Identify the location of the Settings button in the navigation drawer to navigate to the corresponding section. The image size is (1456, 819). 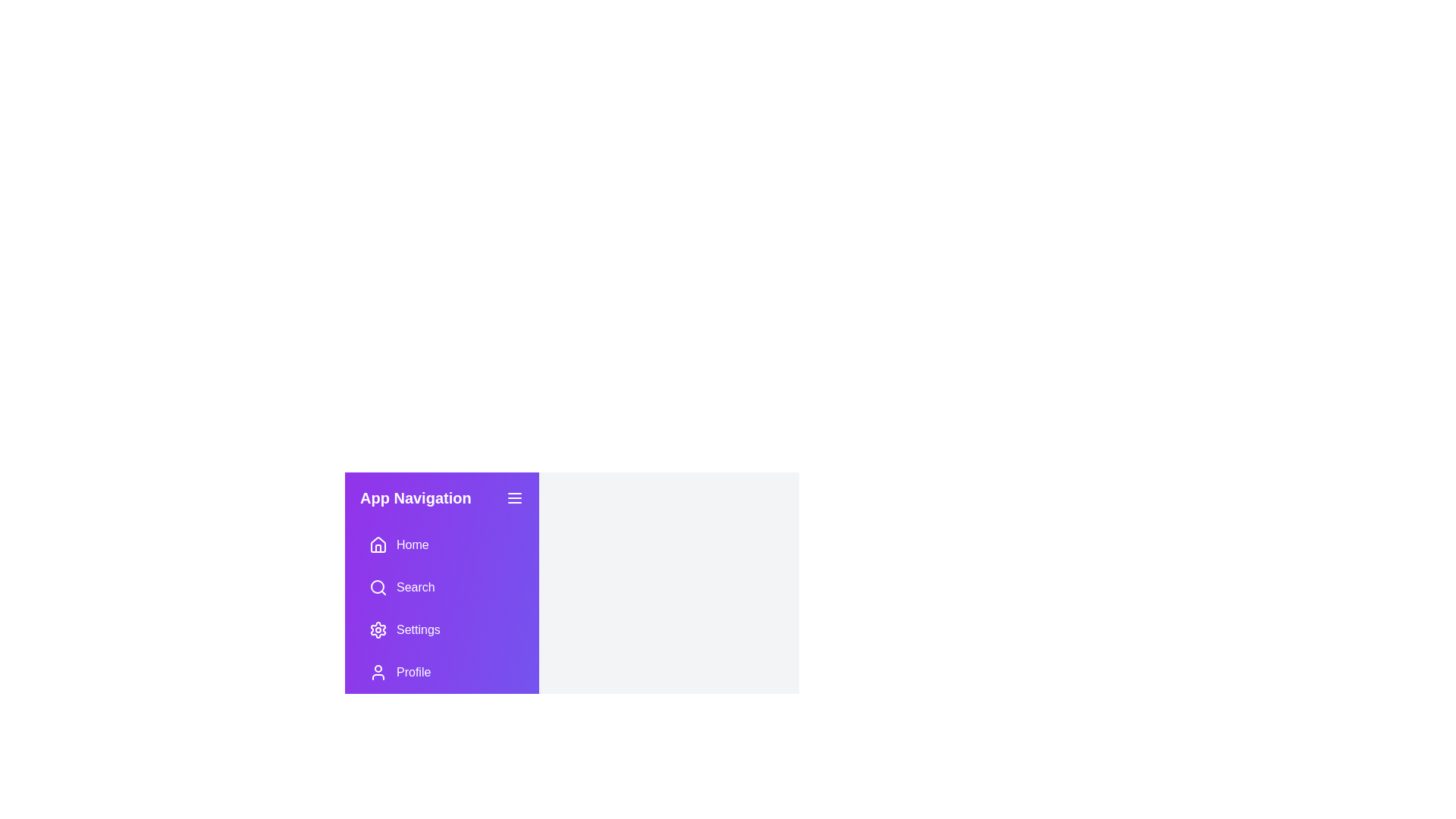
(441, 629).